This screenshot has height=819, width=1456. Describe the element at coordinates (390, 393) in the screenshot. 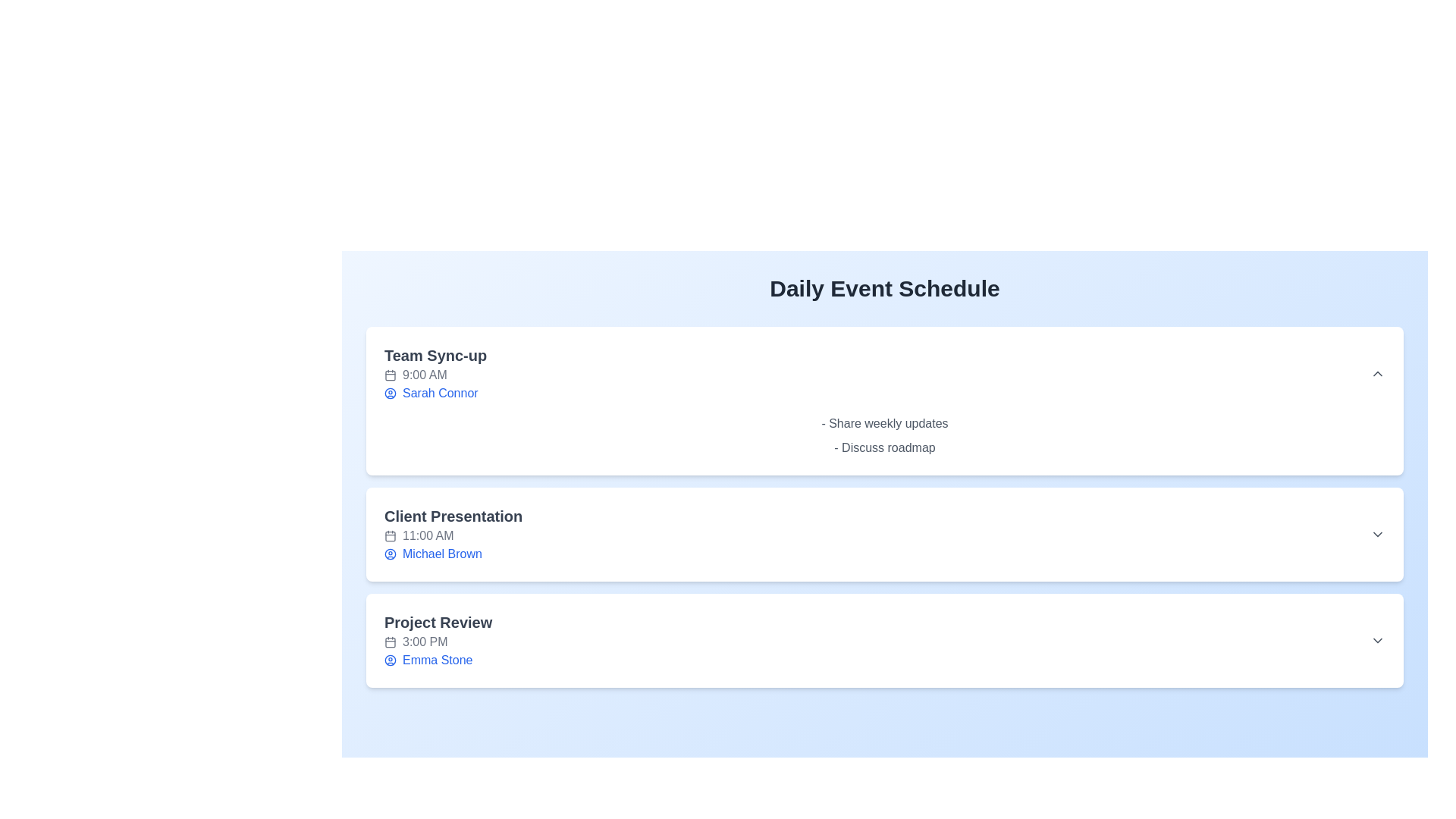

I see `the circular user avatar icon representing 'Sarah Connor' located in the 'Team Sync-up' block of the schedule interface` at that location.